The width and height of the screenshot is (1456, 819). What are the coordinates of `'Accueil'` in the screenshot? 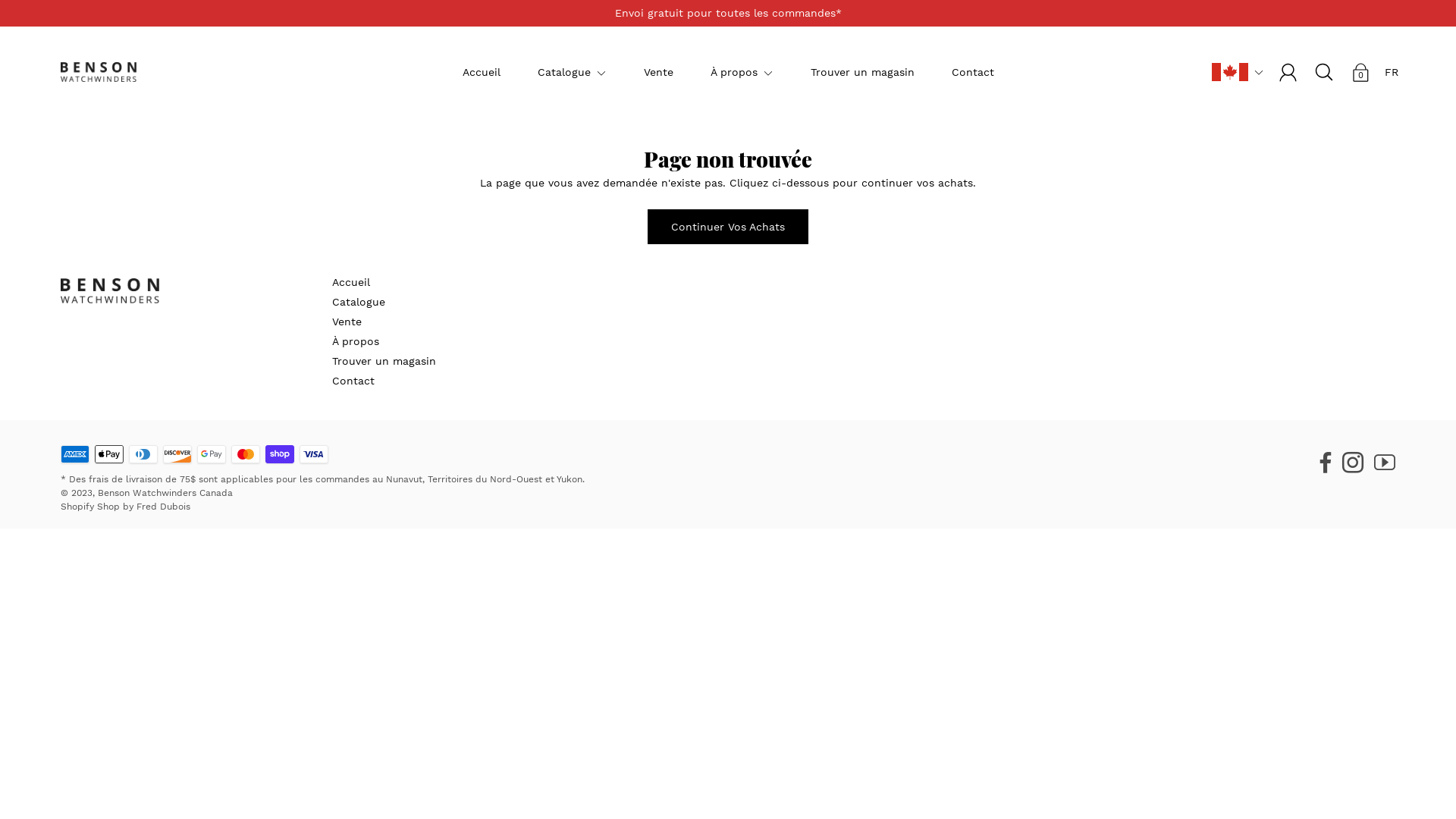 It's located at (461, 71).